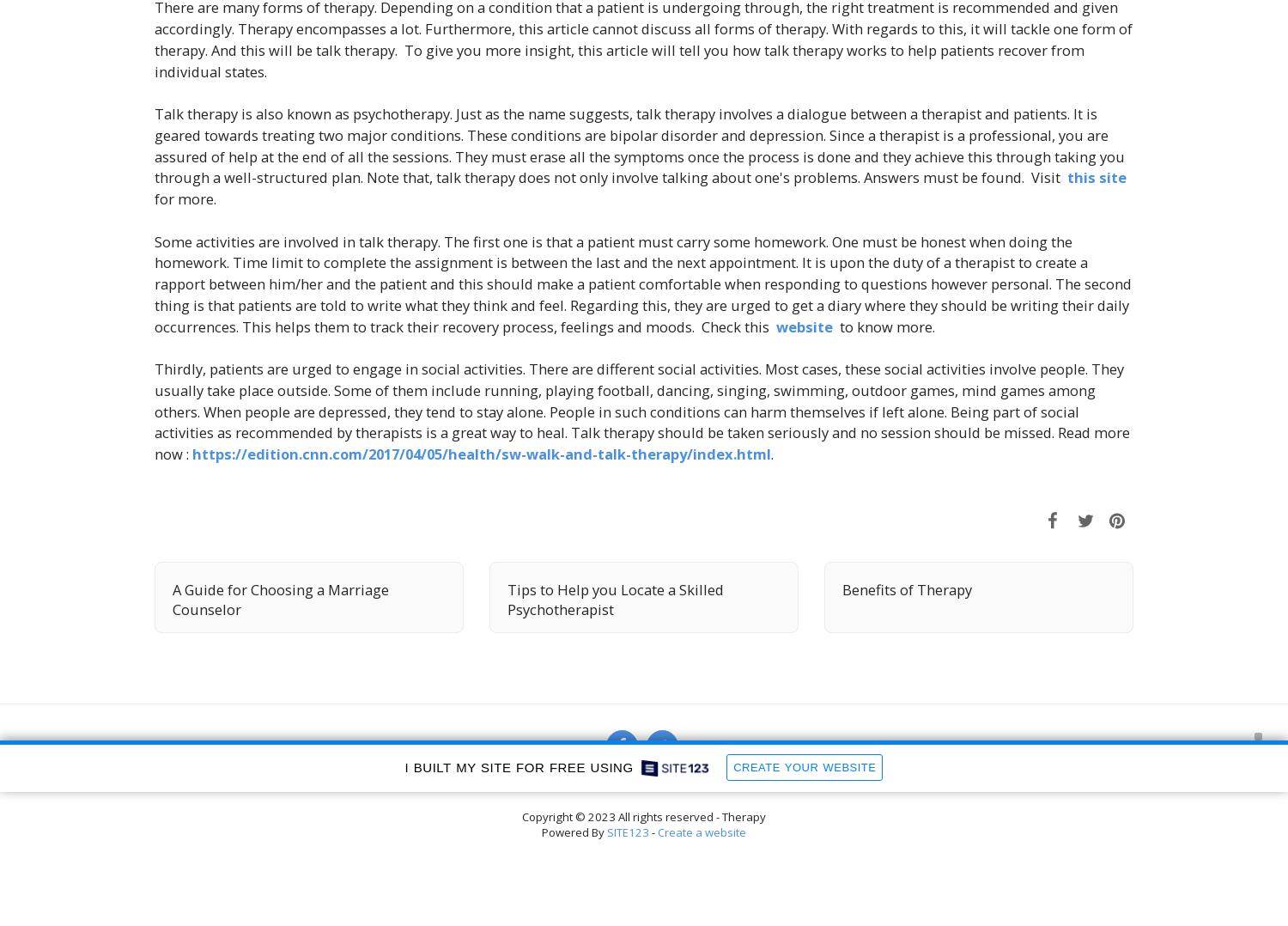 The height and width of the screenshot is (926, 1288). Describe the element at coordinates (404, 767) in the screenshot. I see `'I BUILT MY SITE FOR FREE USING'` at that location.